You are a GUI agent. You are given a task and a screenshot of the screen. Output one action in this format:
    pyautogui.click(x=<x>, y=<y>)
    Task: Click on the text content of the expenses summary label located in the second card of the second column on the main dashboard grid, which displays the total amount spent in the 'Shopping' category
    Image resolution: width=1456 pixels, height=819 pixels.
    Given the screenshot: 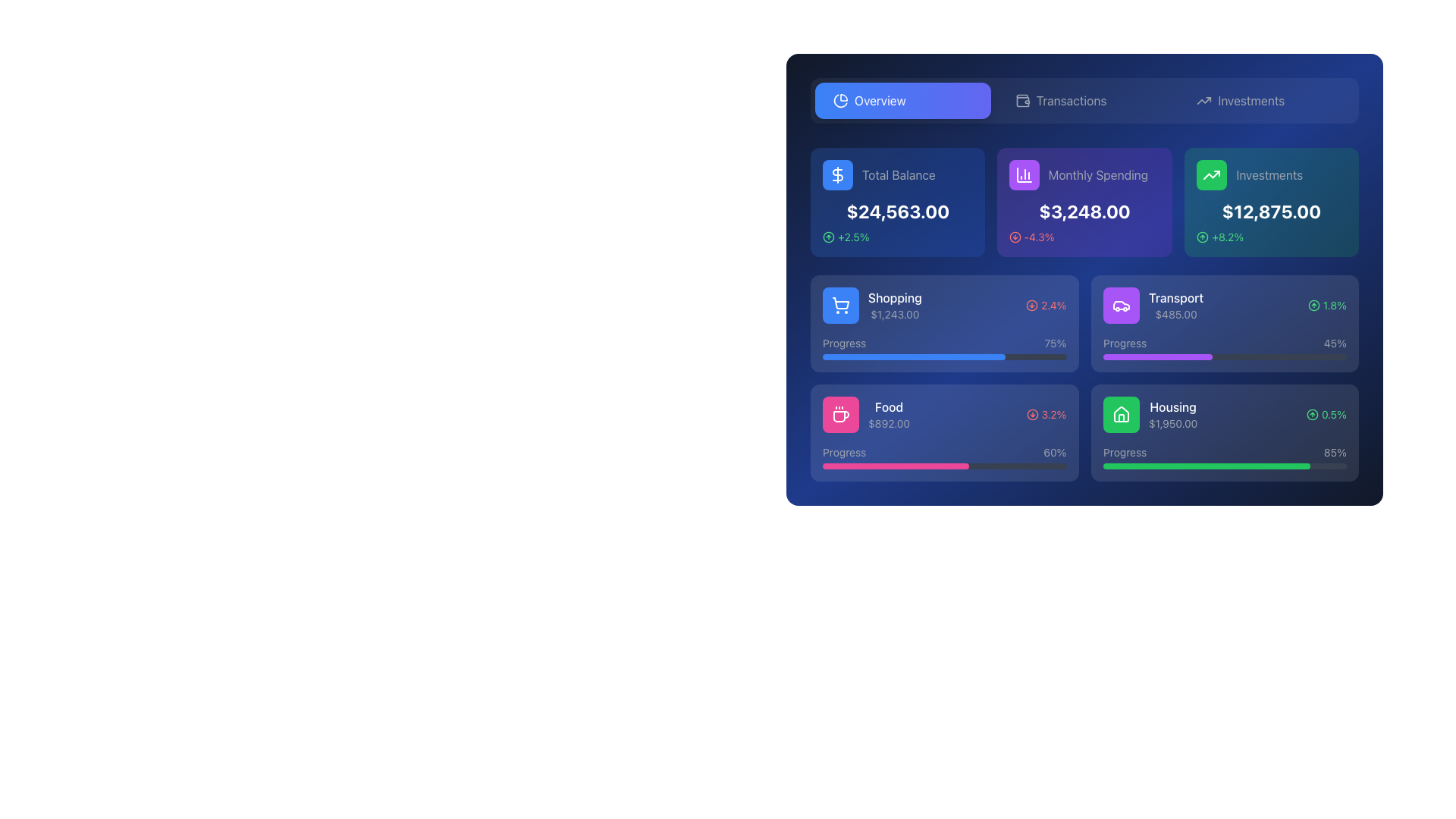 What is the action you would take?
    pyautogui.click(x=895, y=305)
    